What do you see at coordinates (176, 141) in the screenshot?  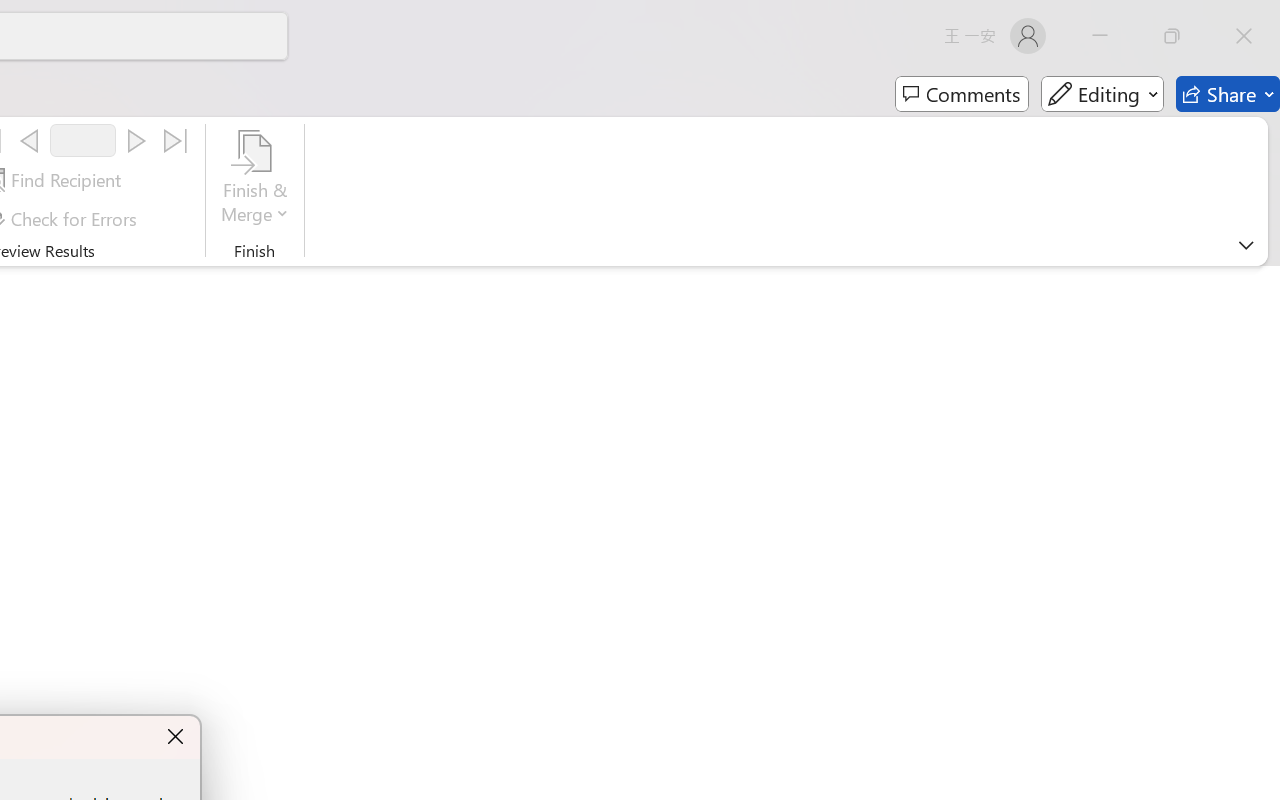 I see `'Last'` at bounding box center [176, 141].